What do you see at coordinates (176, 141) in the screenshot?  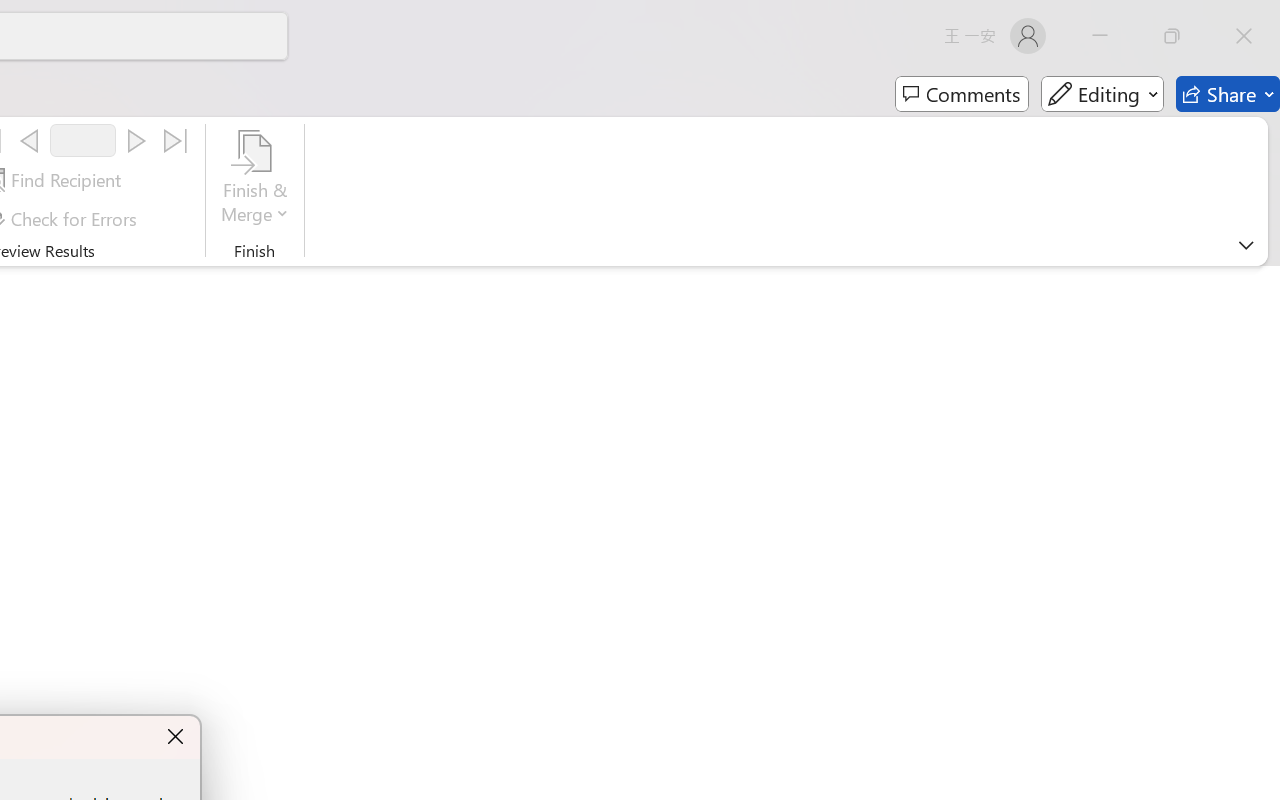 I see `'Last'` at bounding box center [176, 141].